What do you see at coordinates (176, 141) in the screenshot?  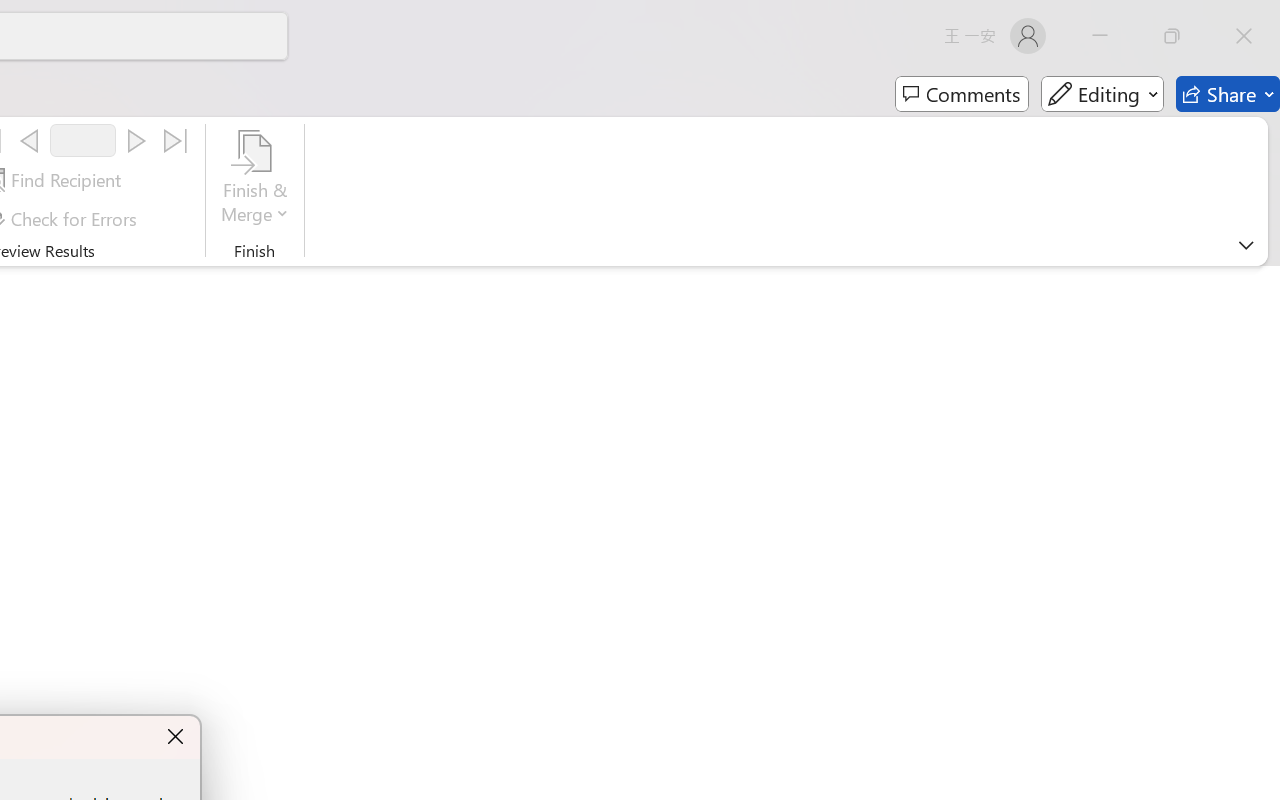 I see `'Last'` at bounding box center [176, 141].